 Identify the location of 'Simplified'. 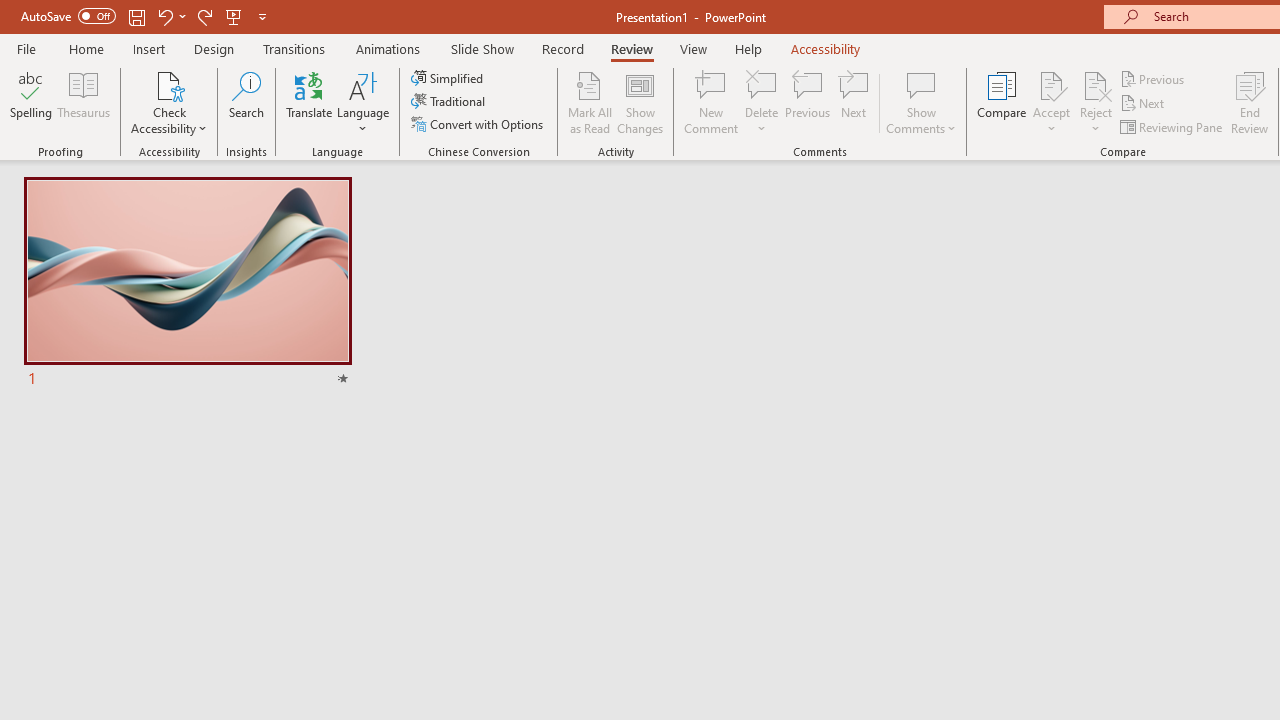
(448, 77).